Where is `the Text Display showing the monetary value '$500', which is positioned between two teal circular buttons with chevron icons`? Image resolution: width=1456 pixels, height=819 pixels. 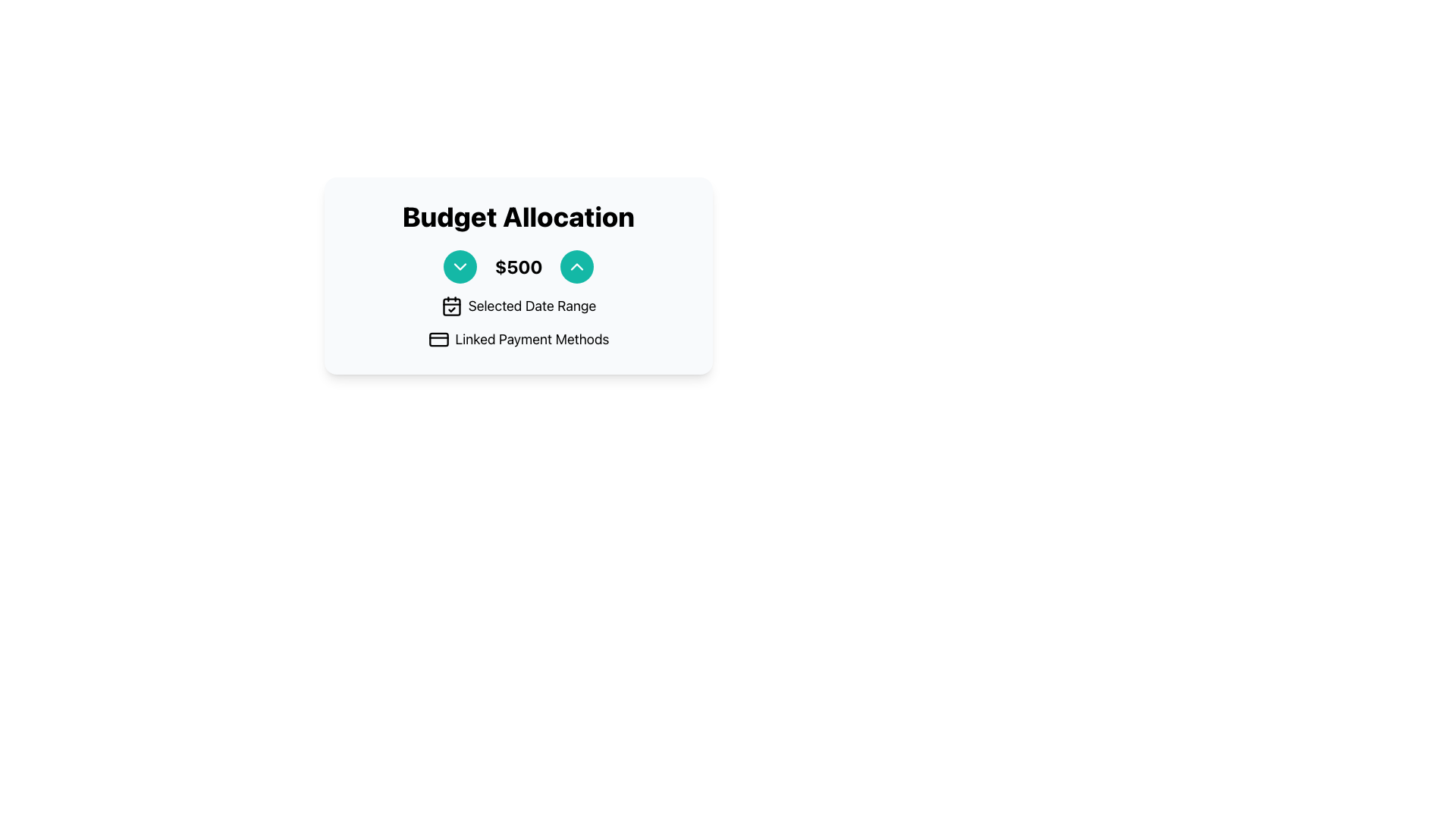 the Text Display showing the monetary value '$500', which is positioned between two teal circular buttons with chevron icons is located at coordinates (519, 265).